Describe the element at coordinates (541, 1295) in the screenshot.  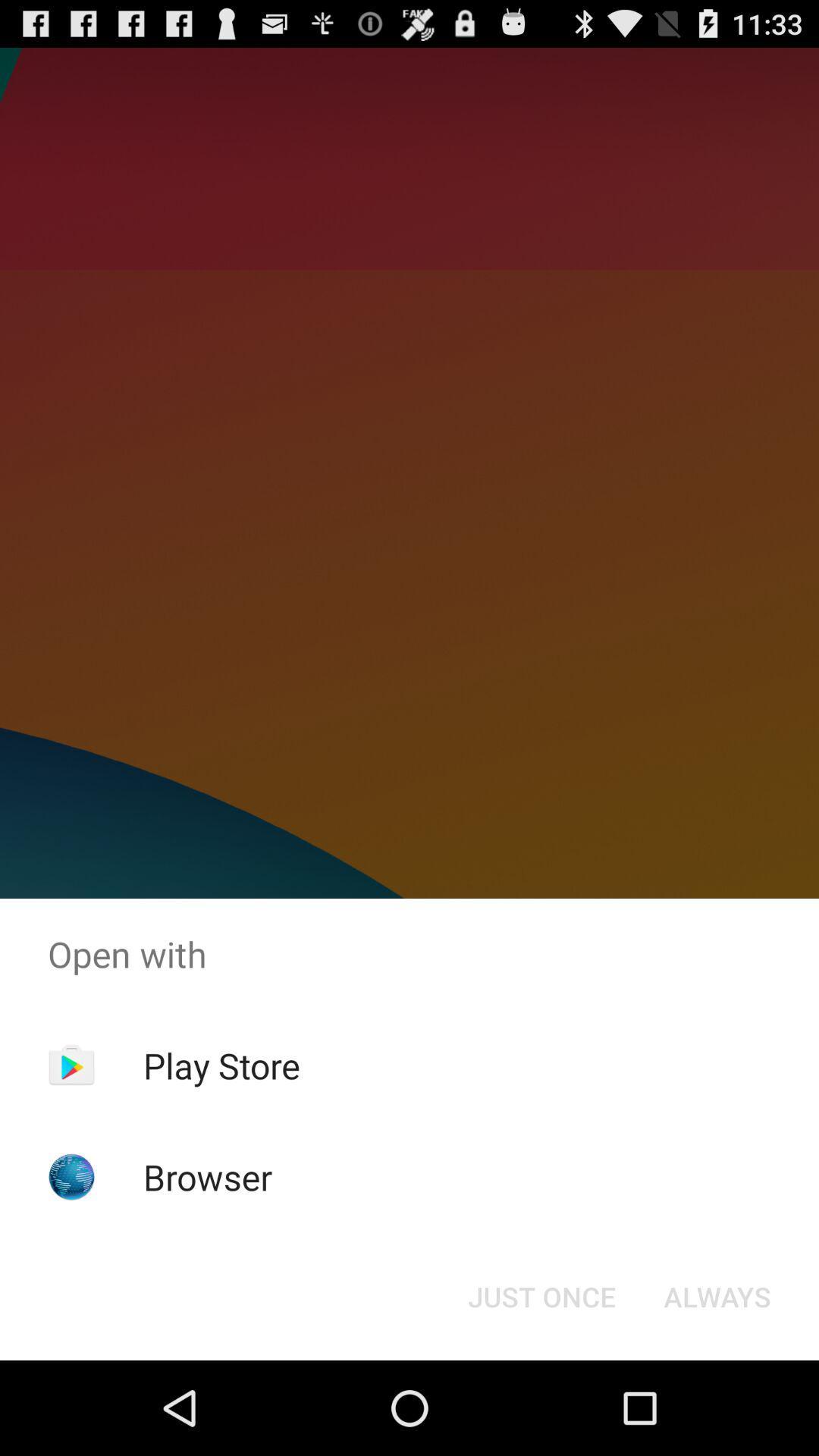
I see `the item to the left of always item` at that location.